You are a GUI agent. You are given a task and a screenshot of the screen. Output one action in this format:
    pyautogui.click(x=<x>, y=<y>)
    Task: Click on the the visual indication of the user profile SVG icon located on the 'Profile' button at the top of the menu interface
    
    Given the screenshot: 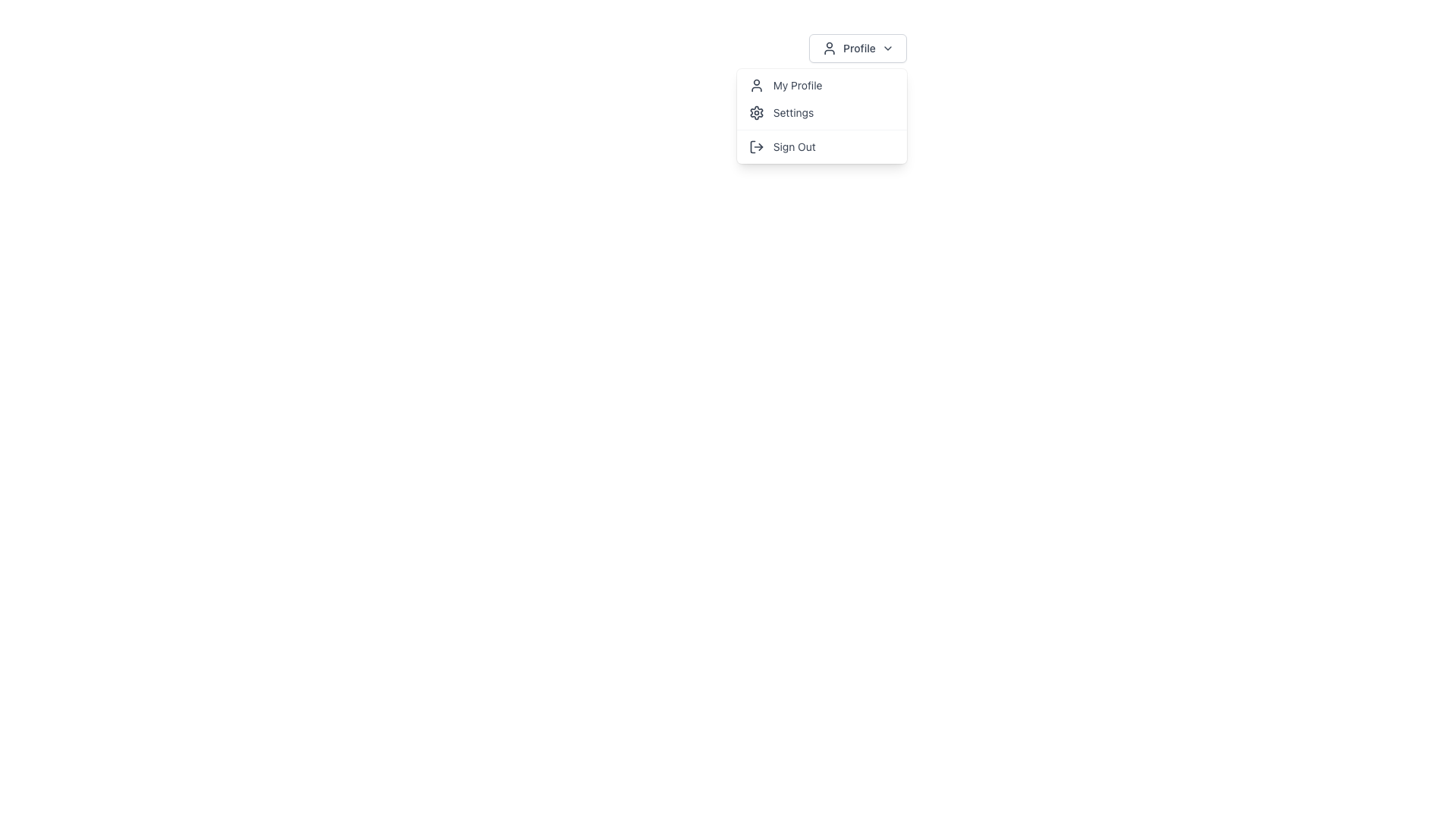 What is the action you would take?
    pyautogui.click(x=829, y=48)
    